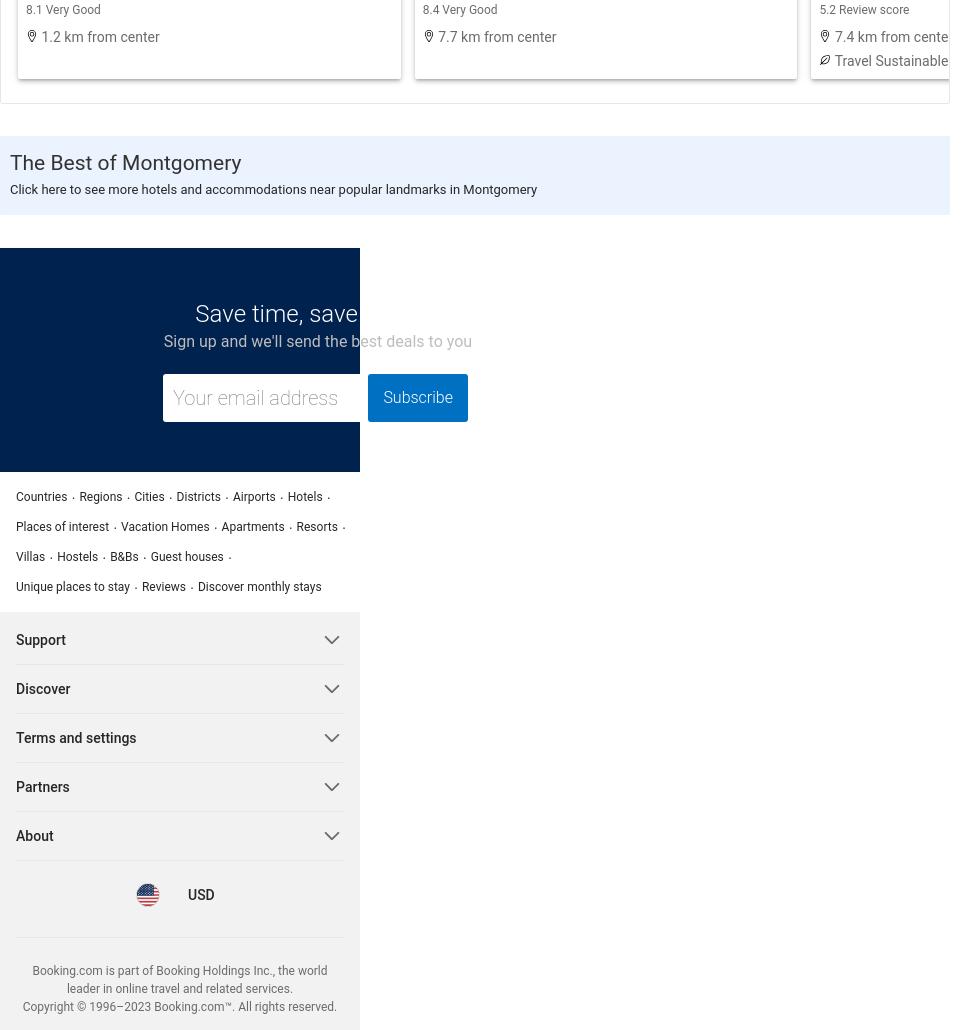 The width and height of the screenshot is (973, 1030). Describe the element at coordinates (30, 555) in the screenshot. I see `'Villas'` at that location.